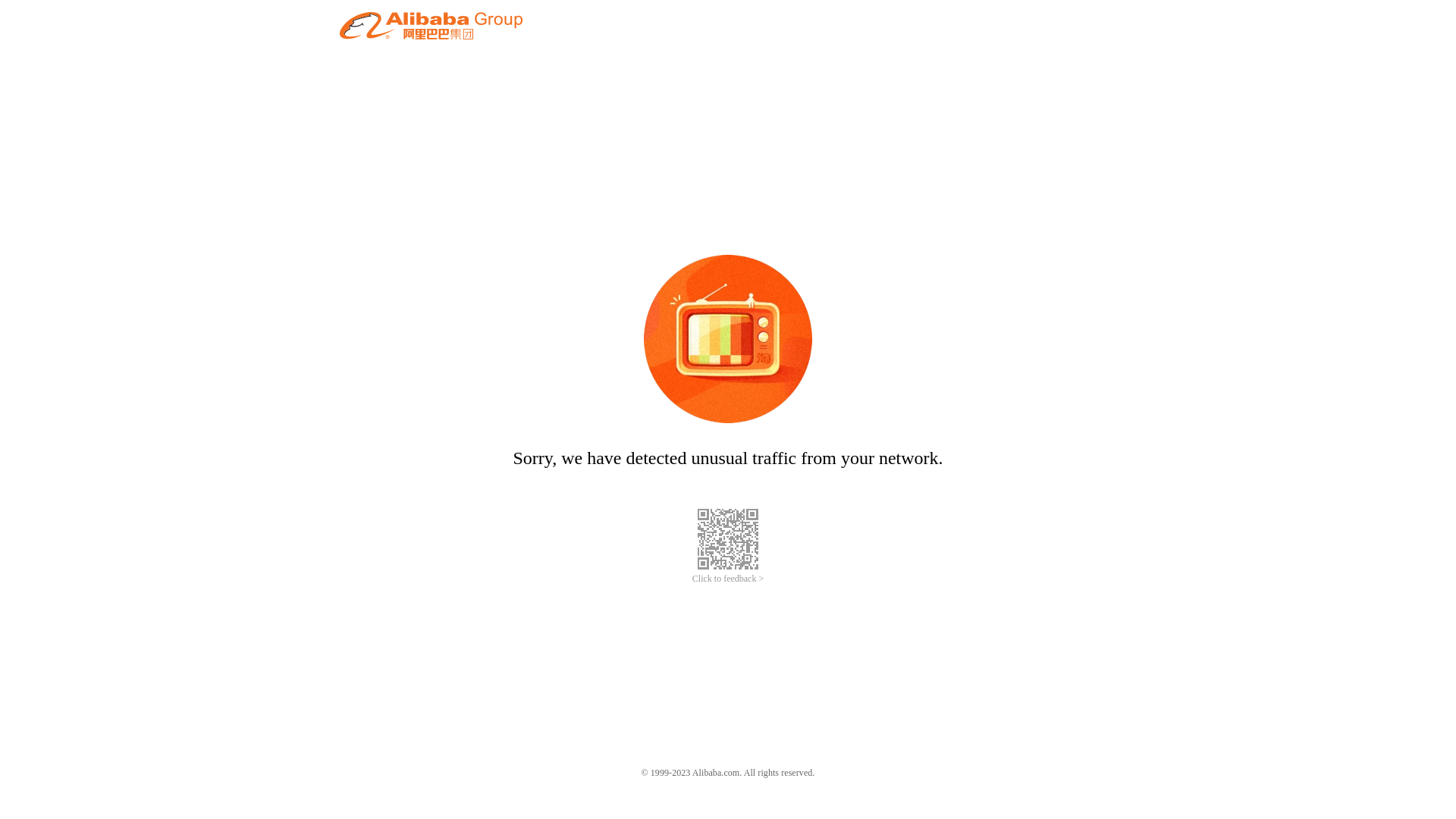  I want to click on 'Click to feedback >', so click(728, 579).